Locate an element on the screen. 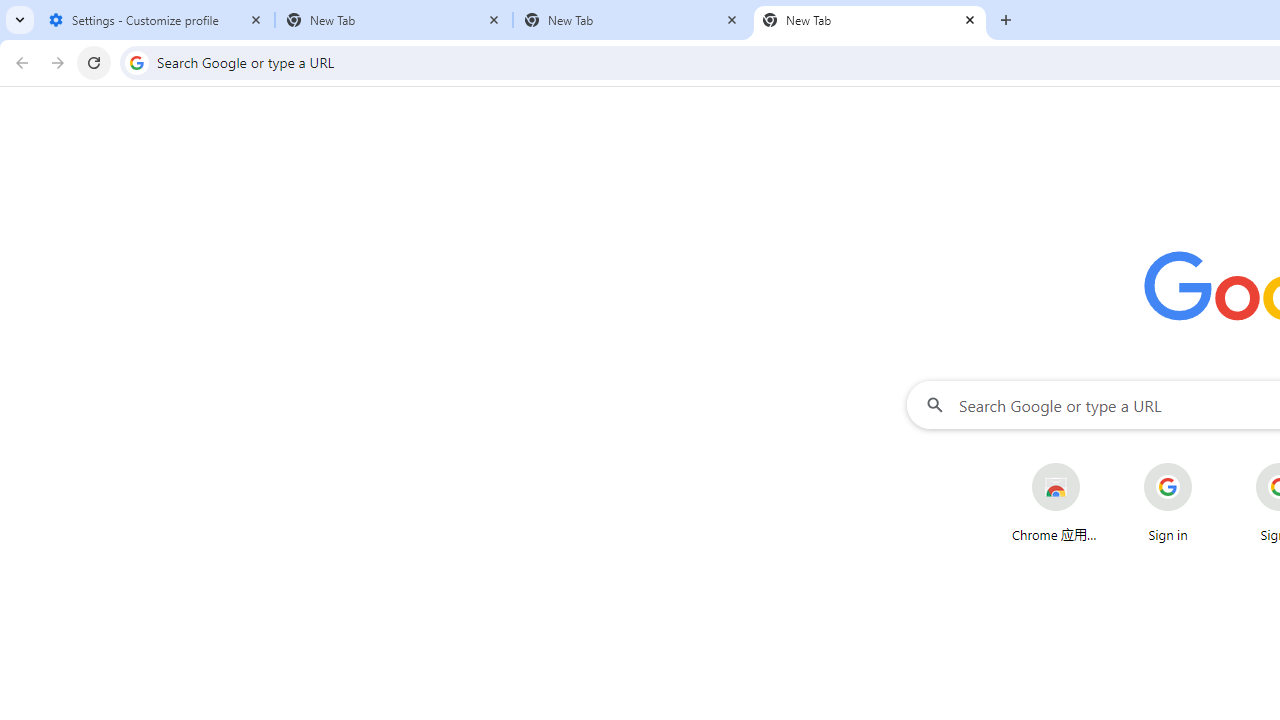 The height and width of the screenshot is (720, 1280). 'More actions for Sign in shortcut' is located at coordinates (1207, 464).